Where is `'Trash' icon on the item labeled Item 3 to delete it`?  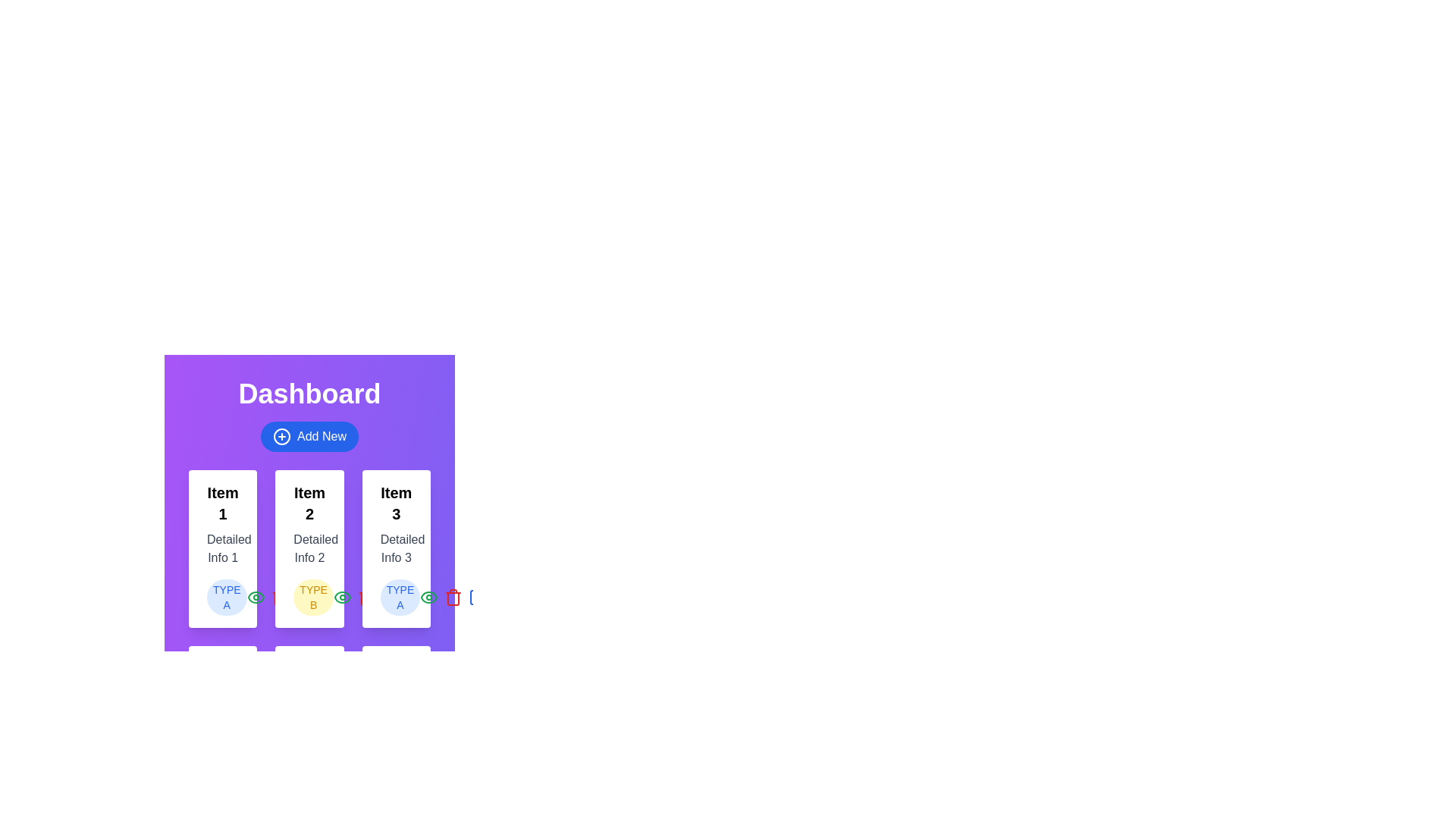
'Trash' icon on the item labeled Item 3 to delete it is located at coordinates (453, 596).